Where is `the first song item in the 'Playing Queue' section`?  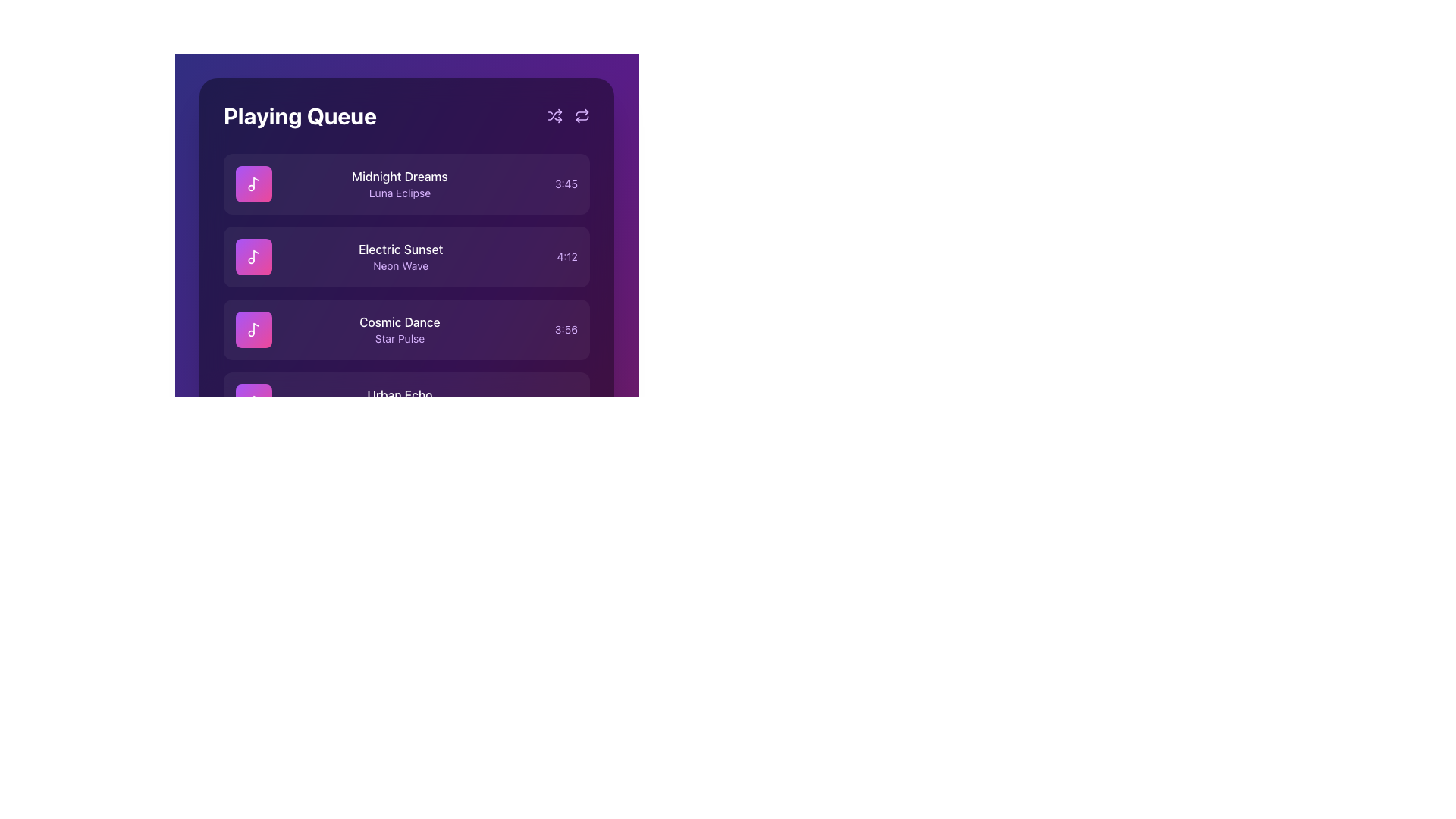
the first song item in the 'Playing Queue' section is located at coordinates (406, 216).